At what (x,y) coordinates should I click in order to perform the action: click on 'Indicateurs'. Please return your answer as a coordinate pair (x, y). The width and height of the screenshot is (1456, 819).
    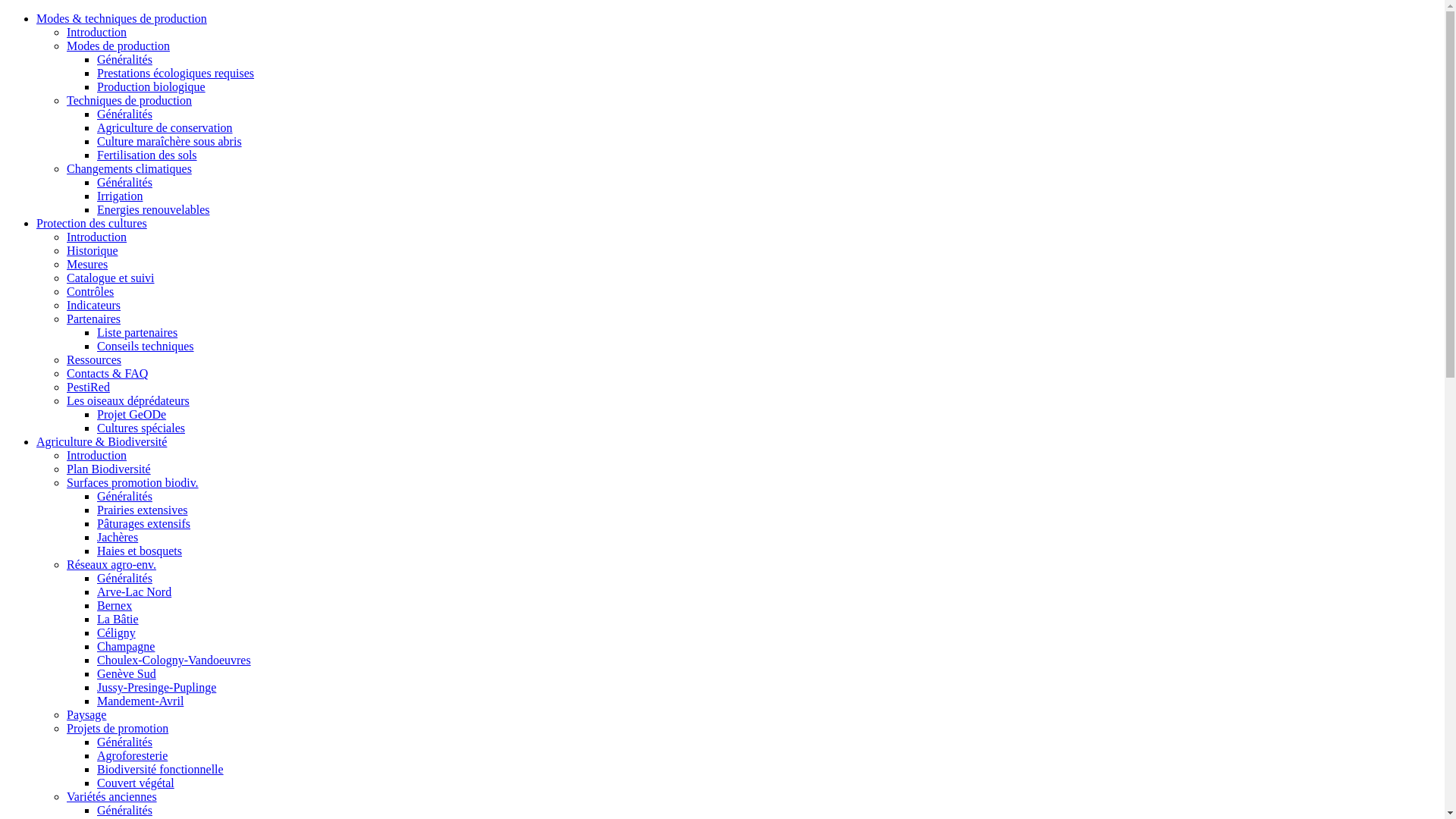
    Looking at the image, I should click on (93, 305).